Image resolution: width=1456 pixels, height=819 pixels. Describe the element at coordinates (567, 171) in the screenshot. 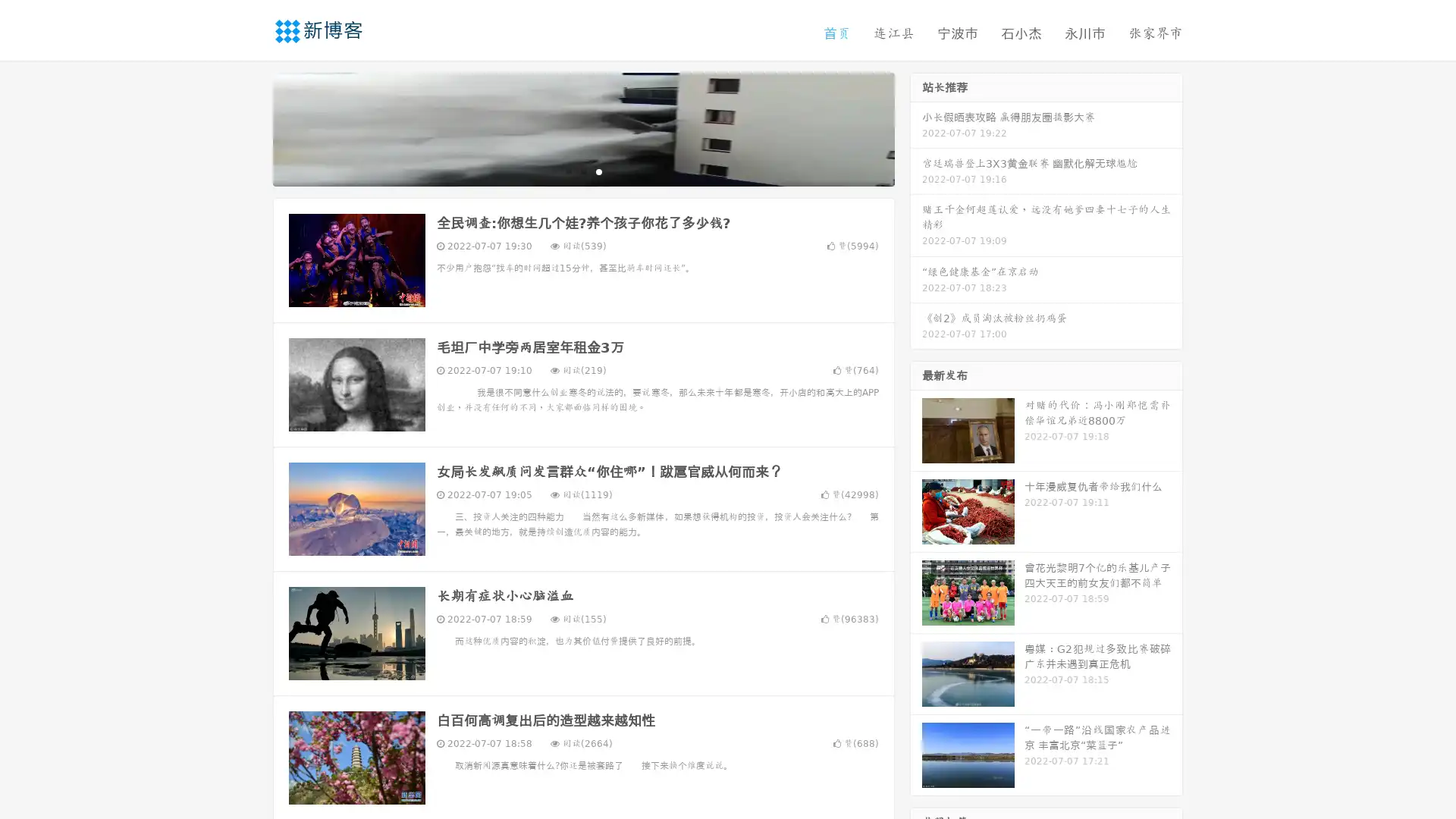

I see `Go to slide 1` at that location.